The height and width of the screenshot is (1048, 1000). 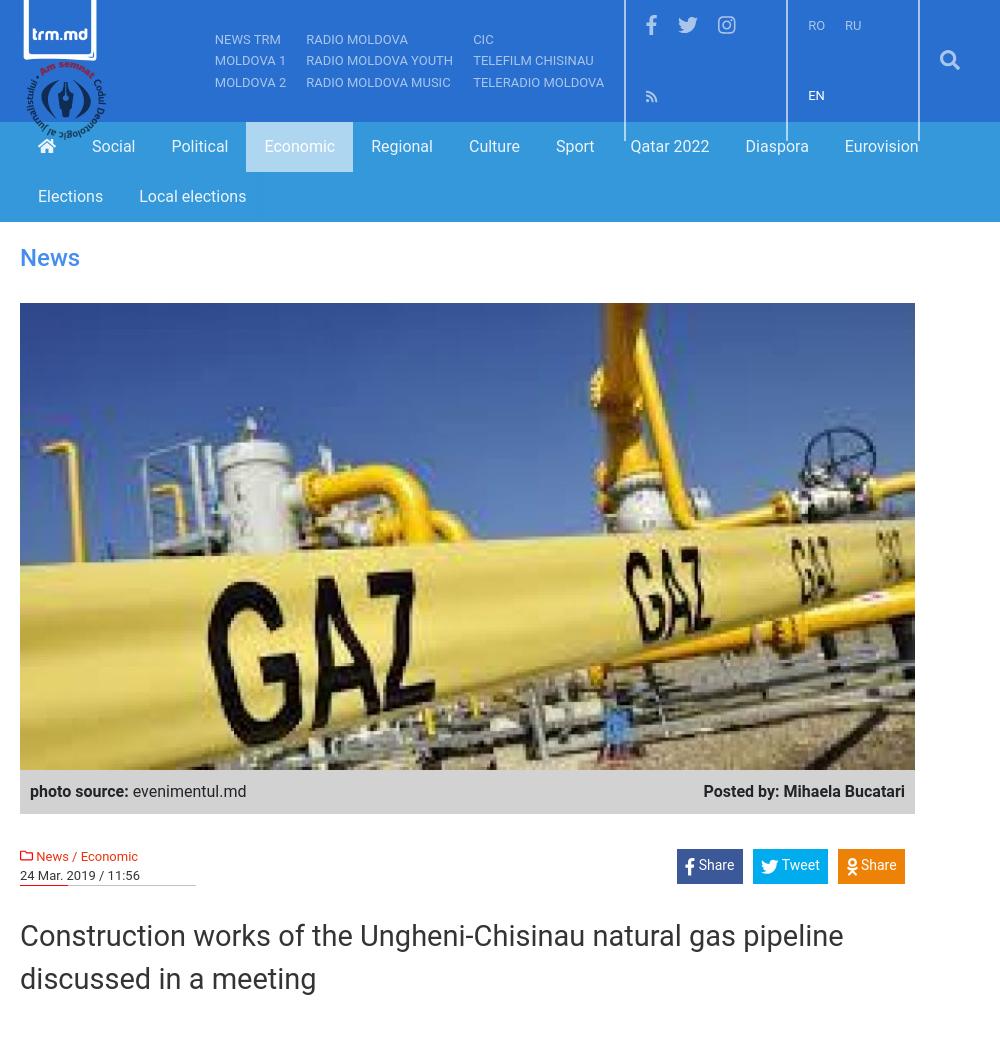 What do you see at coordinates (379, 60) in the screenshot?
I see `'Radio Moldova Youth'` at bounding box center [379, 60].